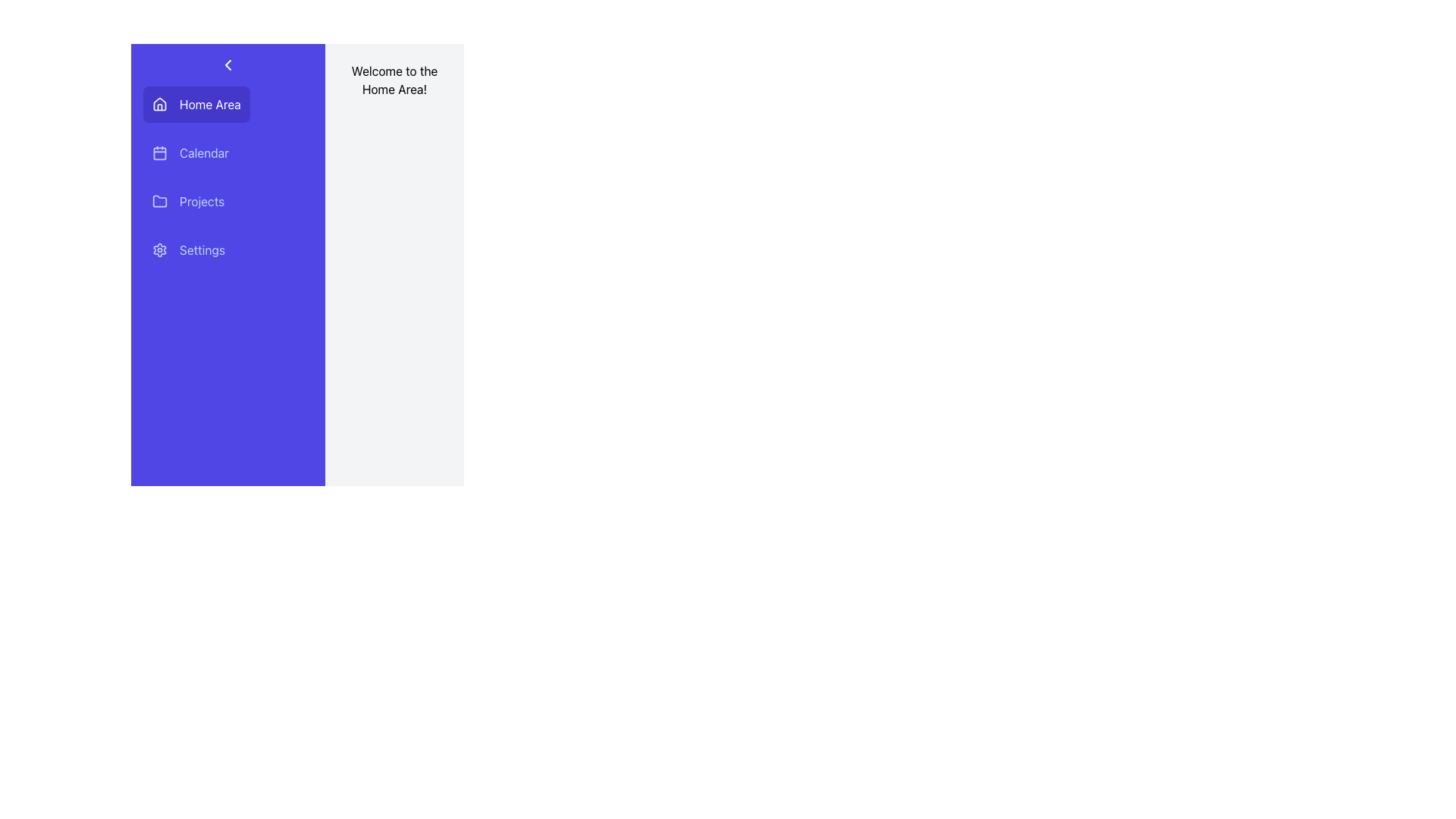 The width and height of the screenshot is (1456, 819). What do you see at coordinates (187, 201) in the screenshot?
I see `the 'Projects' button, which is the third option in the sidebar menu, located below the 'Calendar' option and above the 'Settings' option` at bounding box center [187, 201].